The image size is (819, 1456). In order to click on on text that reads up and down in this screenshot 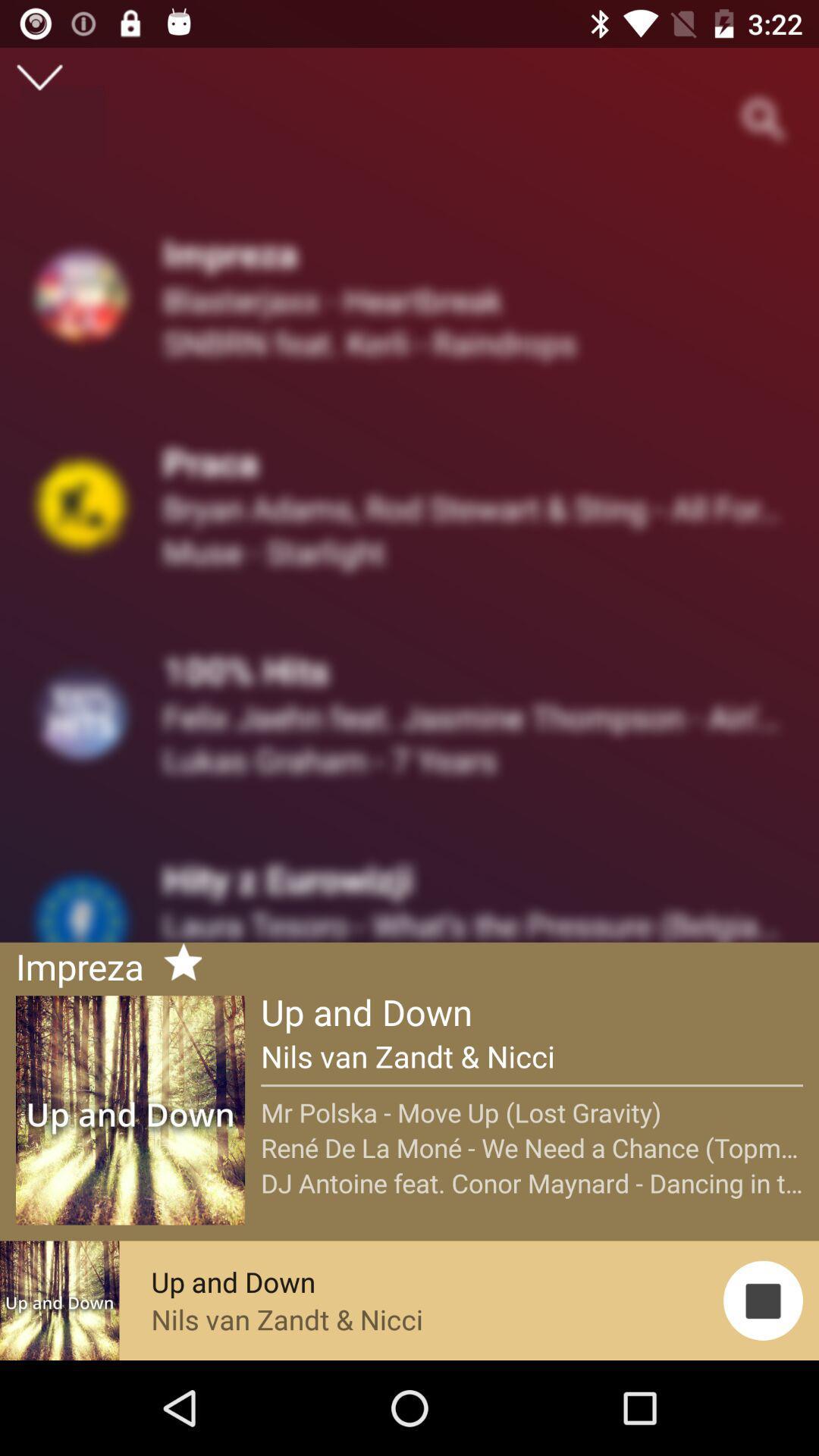, I will do `click(130, 1110)`.